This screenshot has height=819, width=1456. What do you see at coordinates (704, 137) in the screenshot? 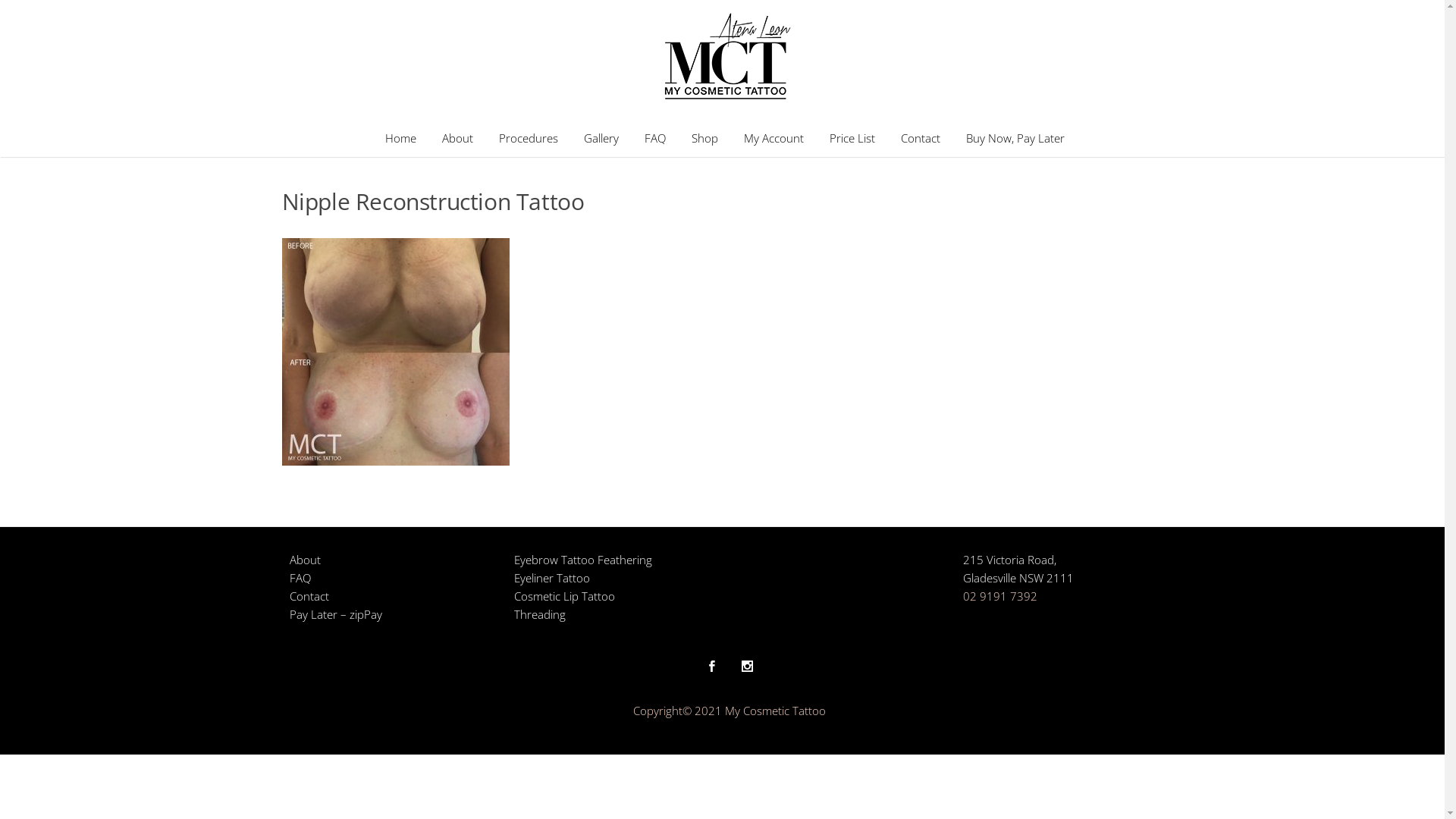
I see `'Shop'` at bounding box center [704, 137].